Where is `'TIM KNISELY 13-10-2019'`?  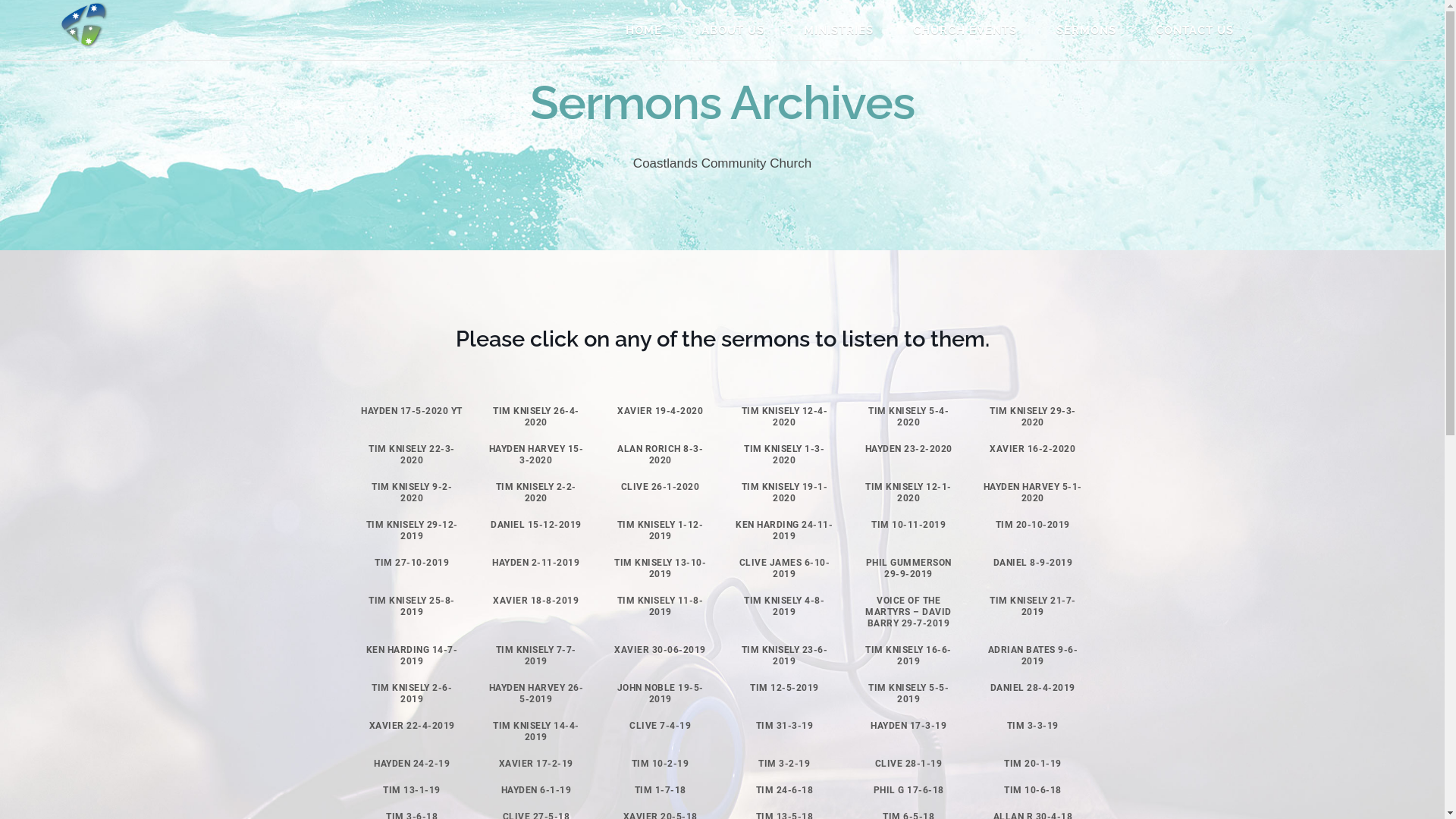
'TIM KNISELY 13-10-2019' is located at coordinates (660, 568).